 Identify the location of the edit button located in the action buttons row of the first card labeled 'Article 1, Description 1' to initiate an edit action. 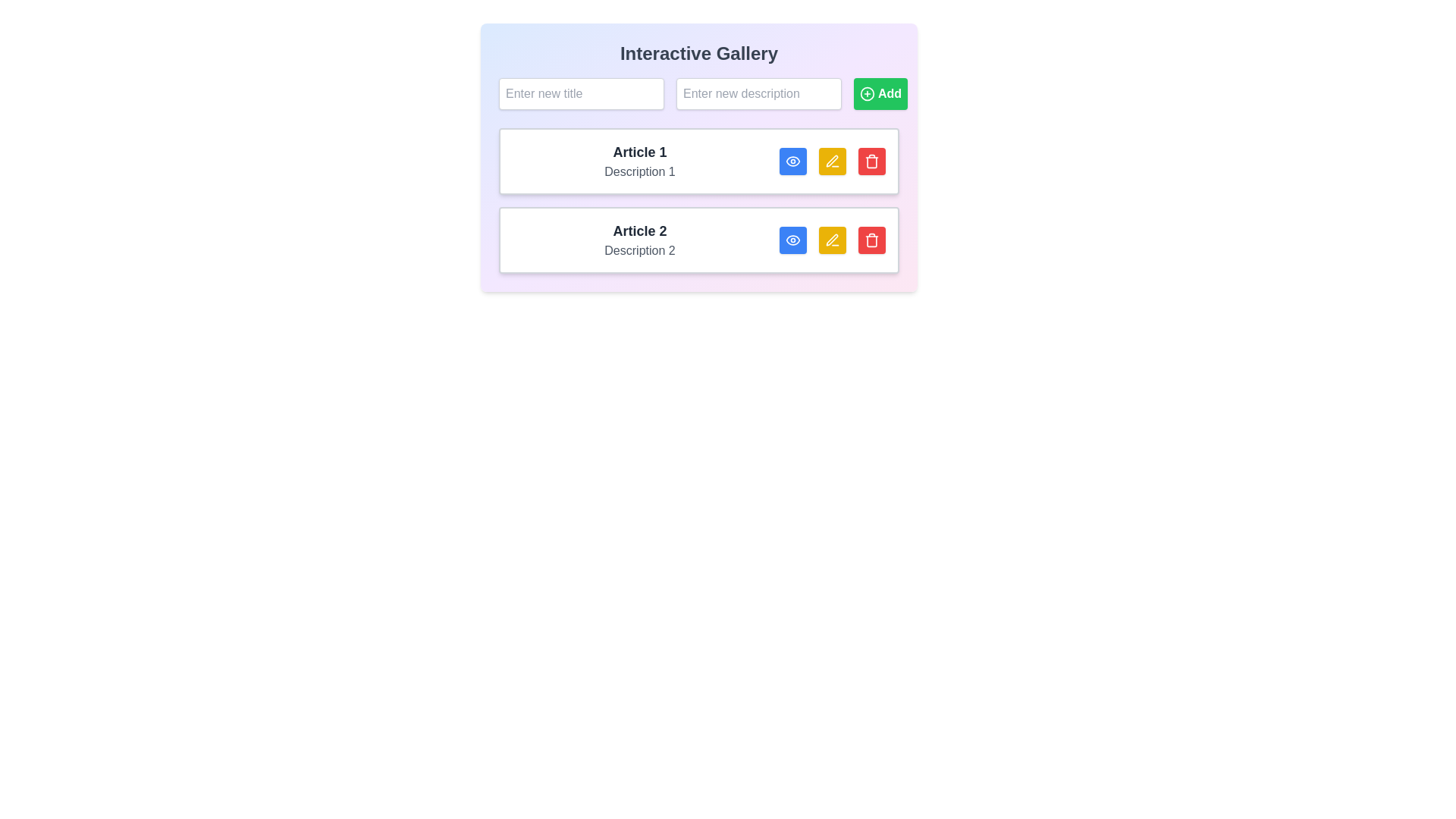
(832, 161).